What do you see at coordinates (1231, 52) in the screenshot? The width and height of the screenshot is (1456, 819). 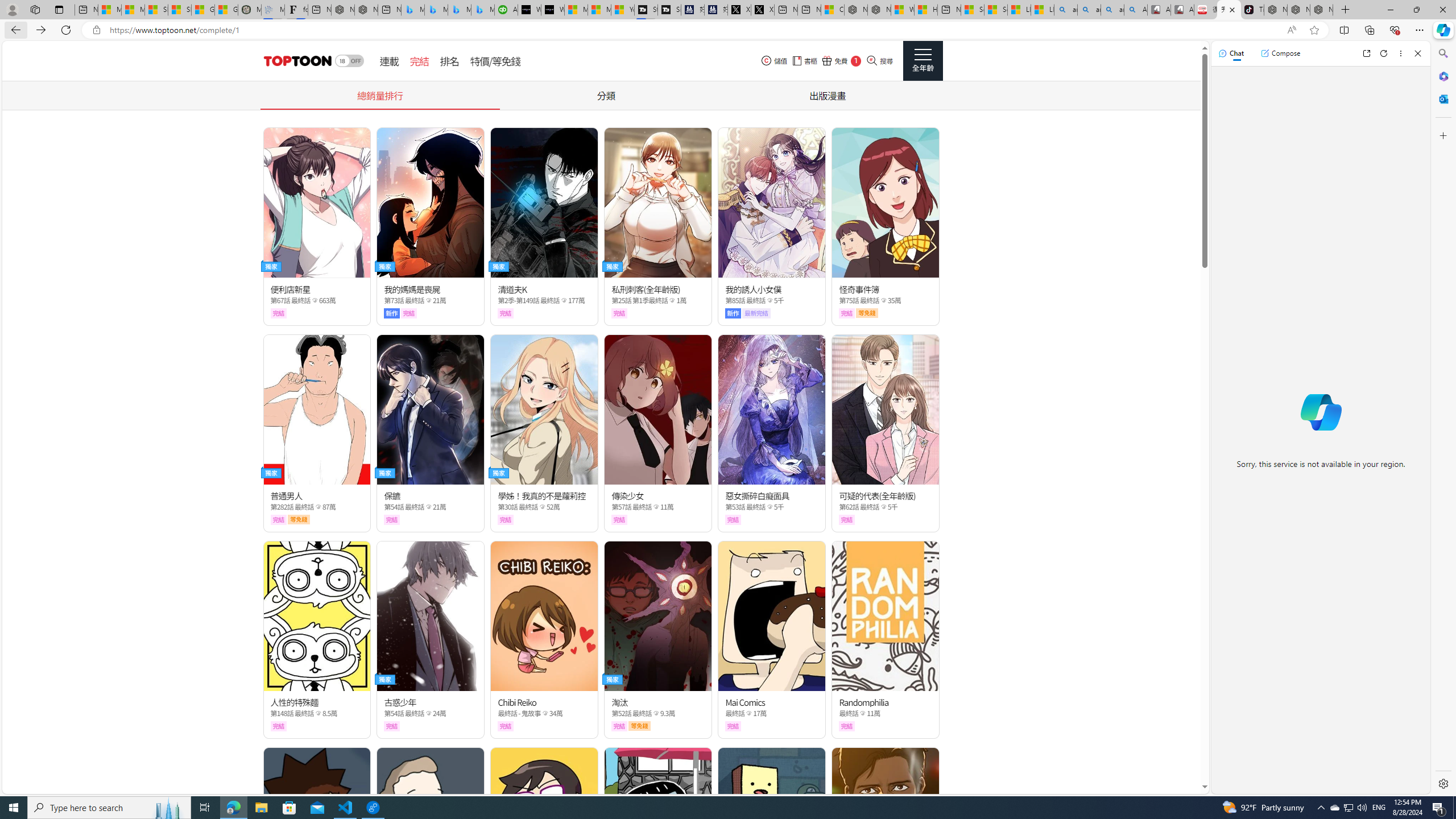 I see `'Chat'` at bounding box center [1231, 52].